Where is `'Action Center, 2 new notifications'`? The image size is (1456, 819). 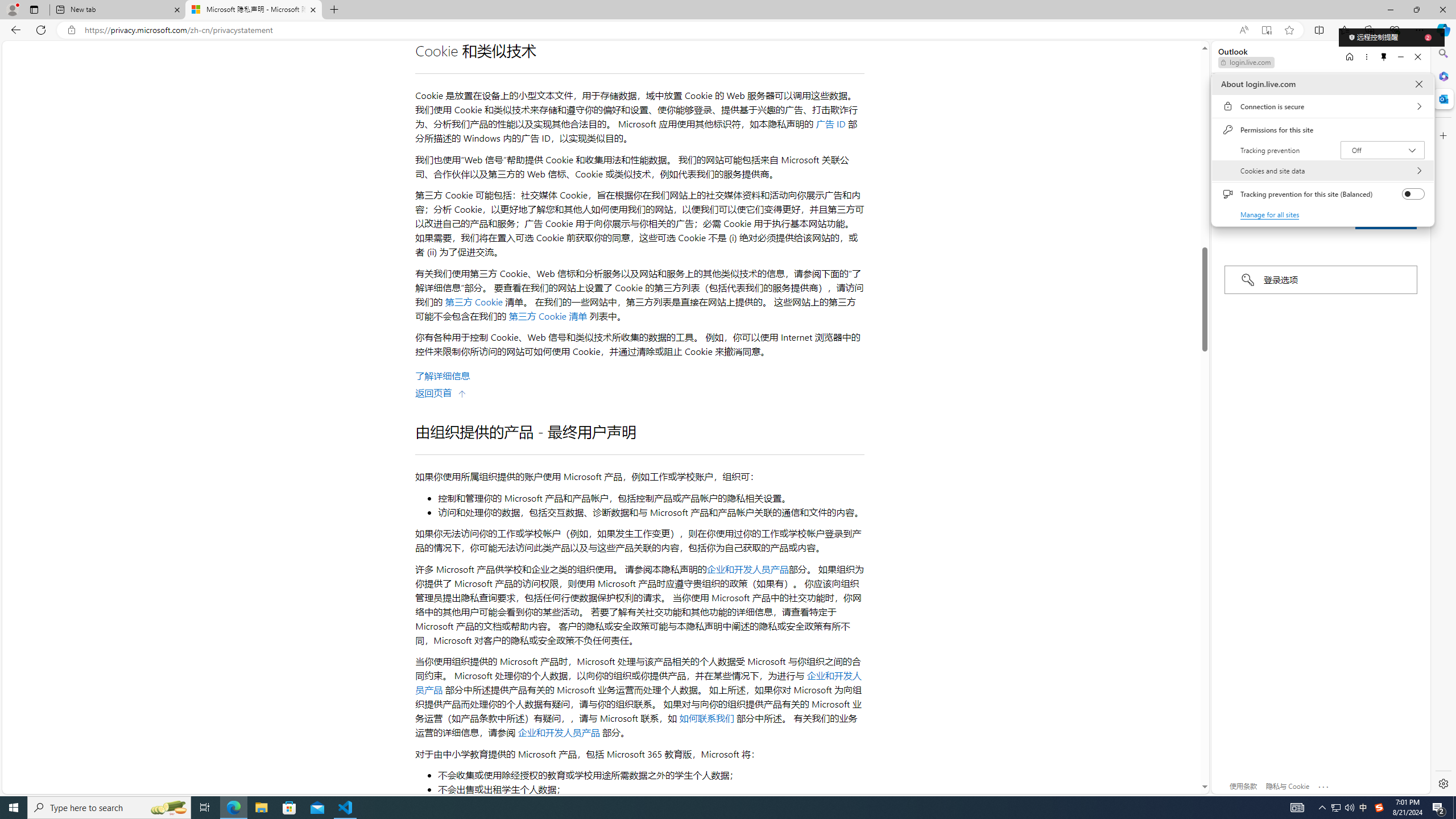 'Action Center, 2 new notifications' is located at coordinates (1439, 806).